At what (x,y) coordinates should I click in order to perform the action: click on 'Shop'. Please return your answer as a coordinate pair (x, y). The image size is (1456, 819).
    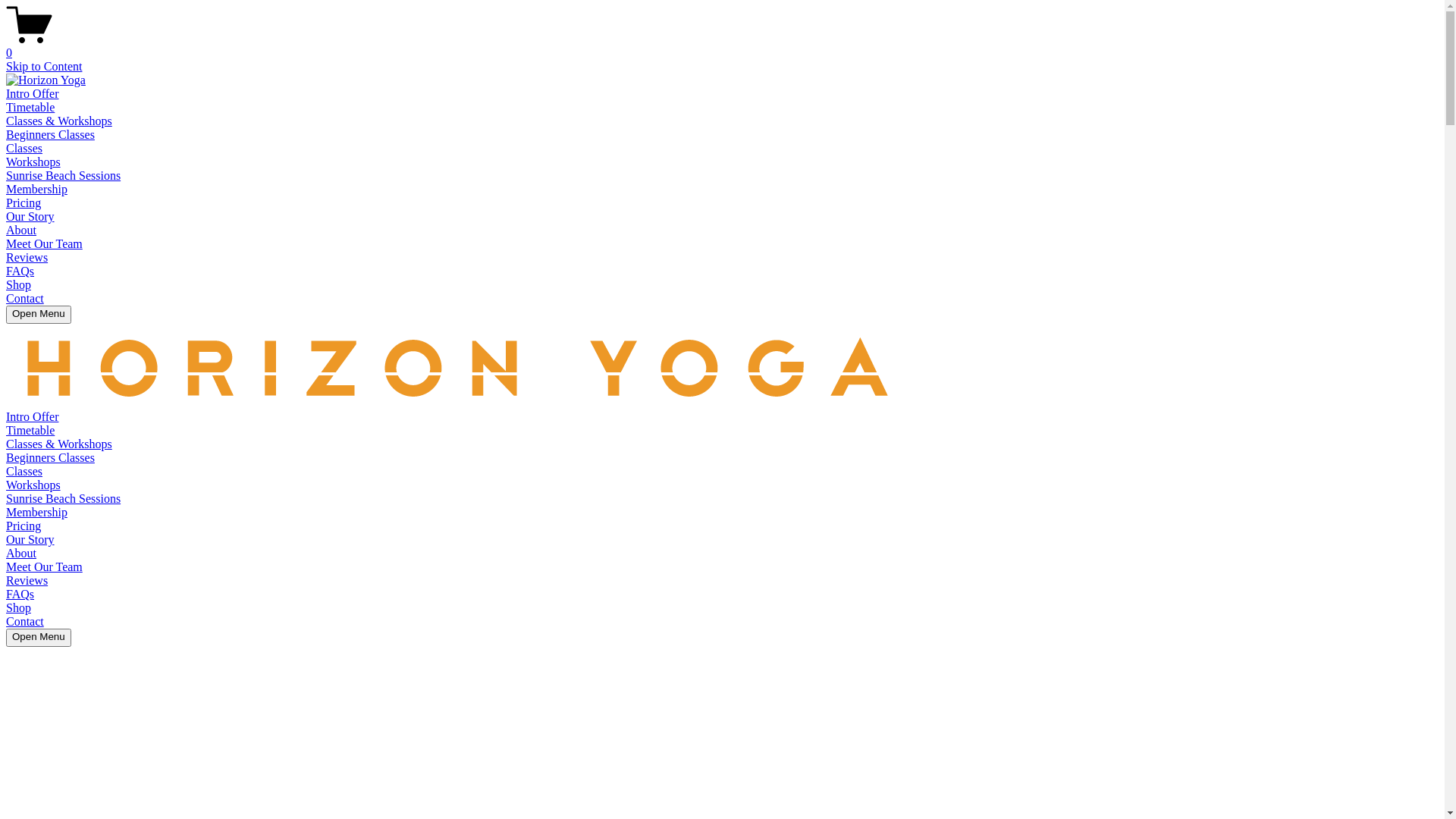
    Looking at the image, I should click on (18, 607).